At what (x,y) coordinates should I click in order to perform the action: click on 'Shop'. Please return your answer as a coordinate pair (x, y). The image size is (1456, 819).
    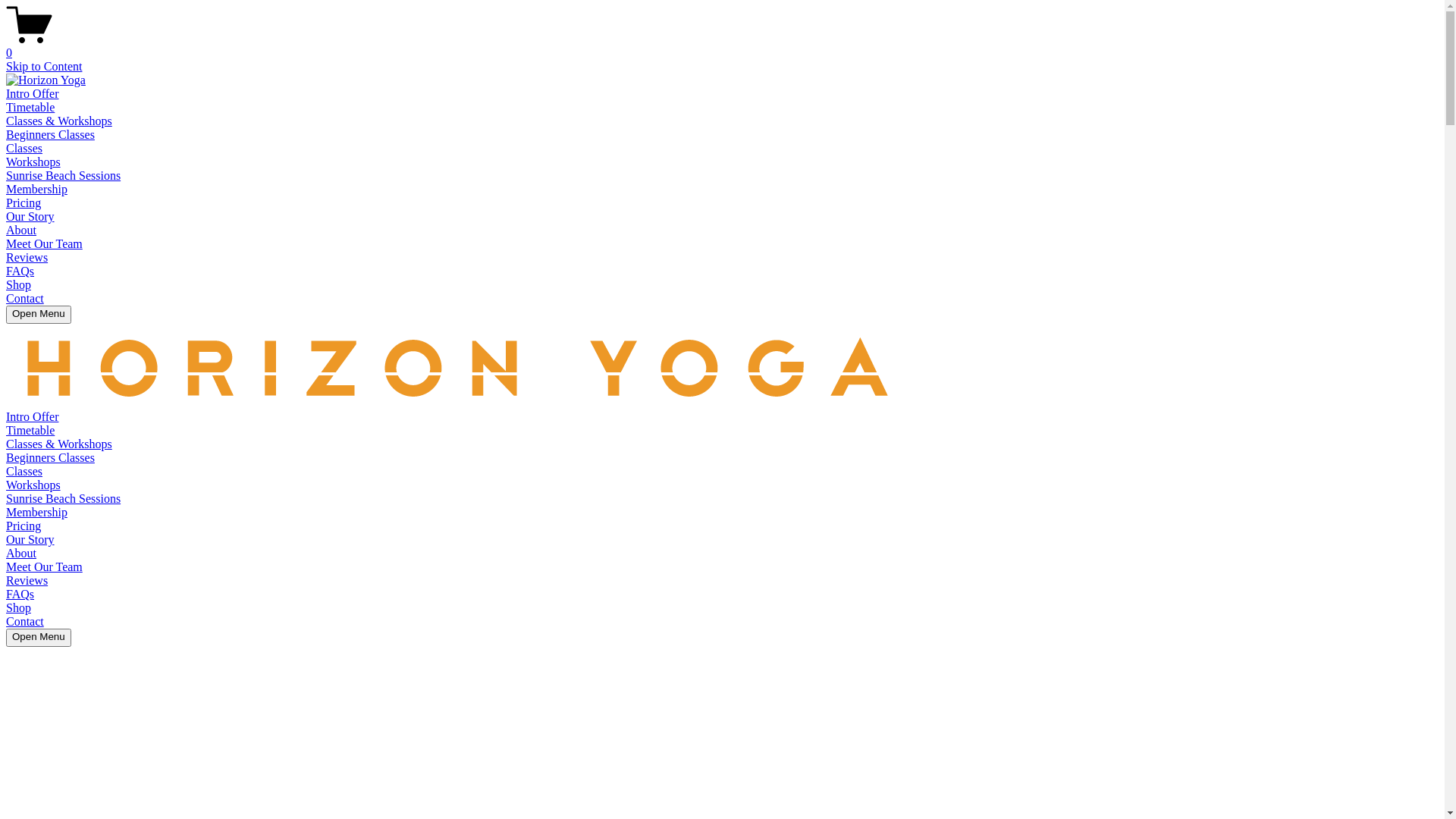
    Looking at the image, I should click on (18, 607).